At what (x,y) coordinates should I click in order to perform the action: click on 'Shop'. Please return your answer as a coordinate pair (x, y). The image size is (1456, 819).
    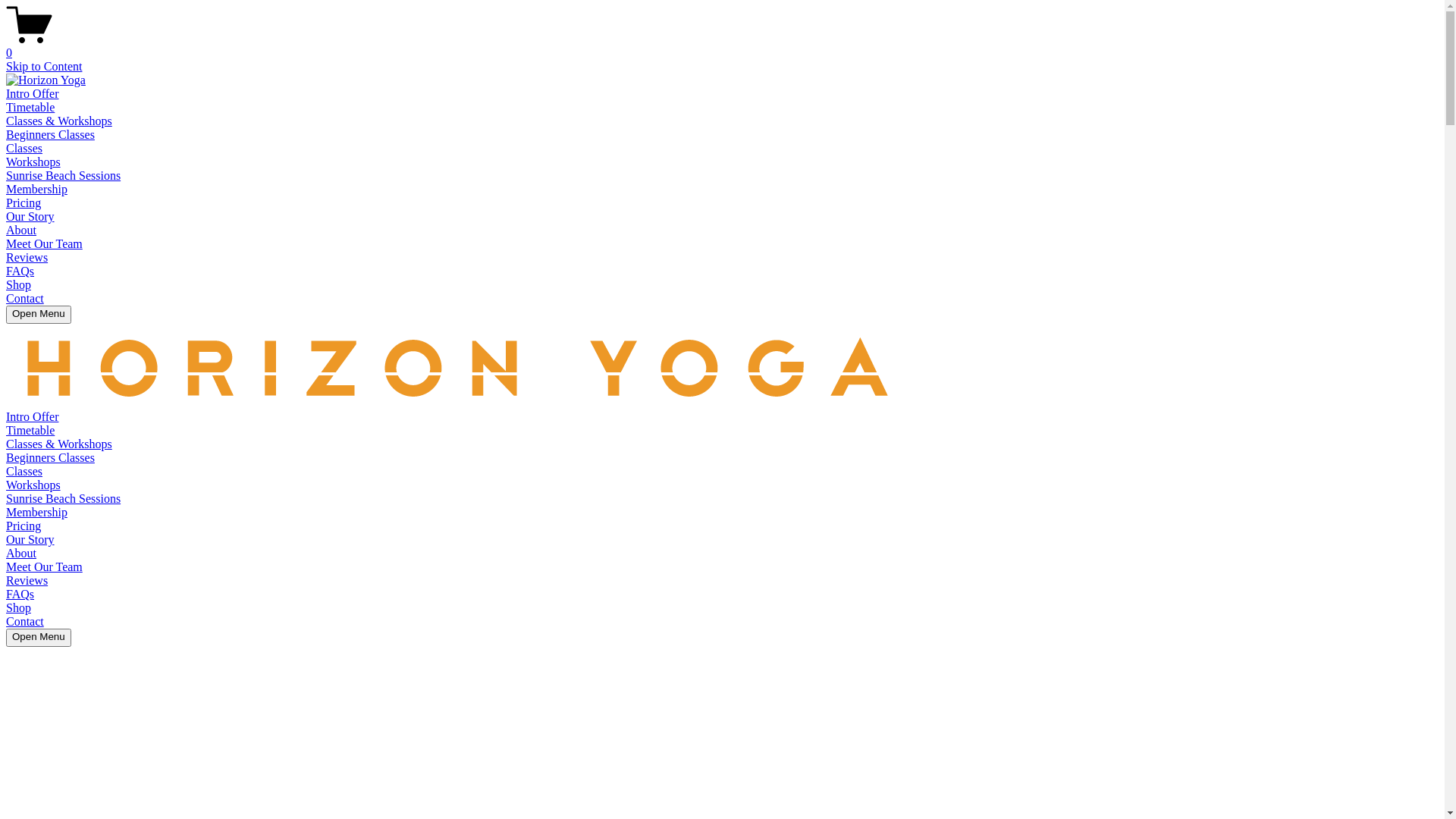
    Looking at the image, I should click on (18, 607).